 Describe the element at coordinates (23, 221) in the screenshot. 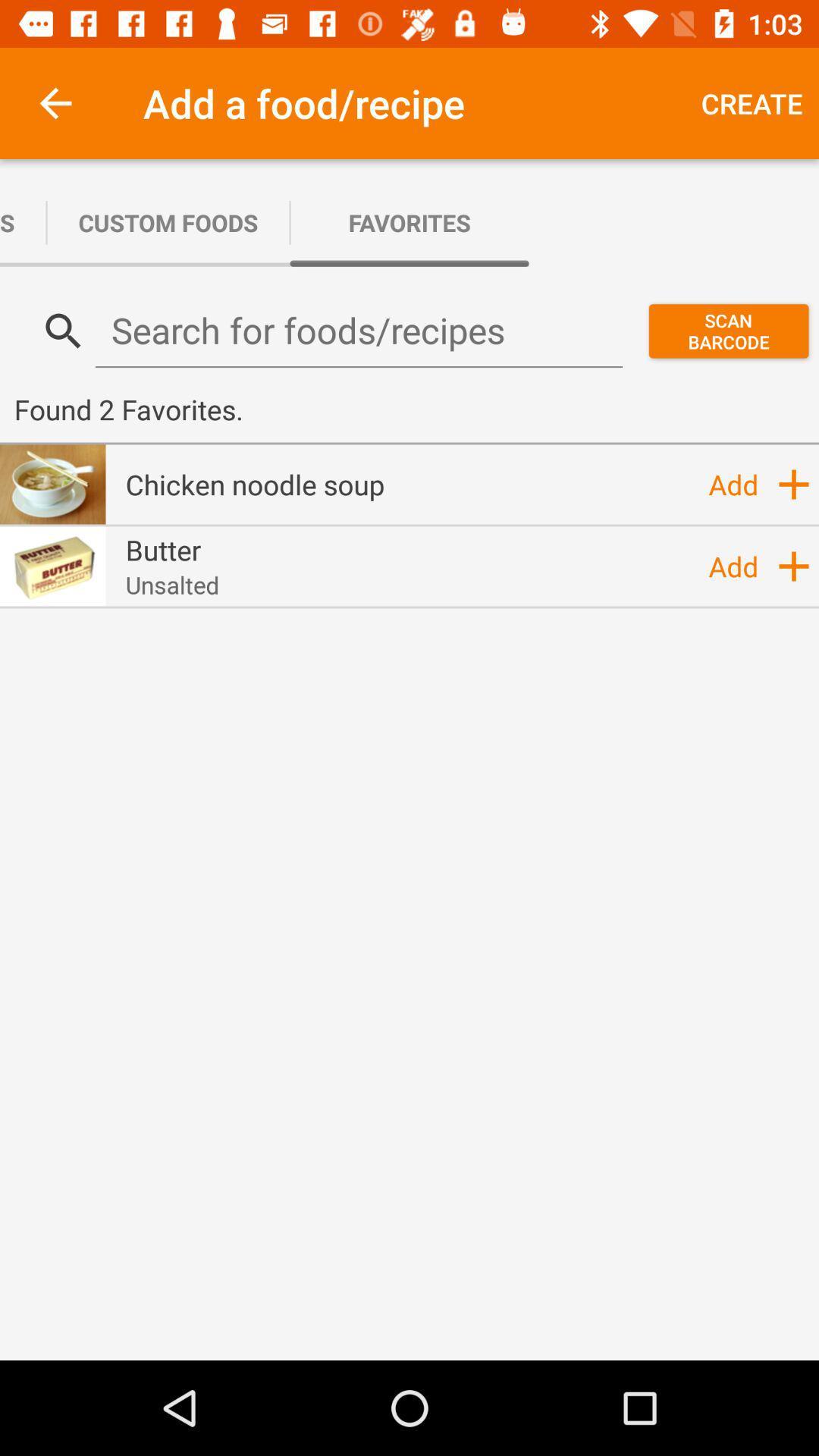

I see `the icon next to custom foods app` at that location.